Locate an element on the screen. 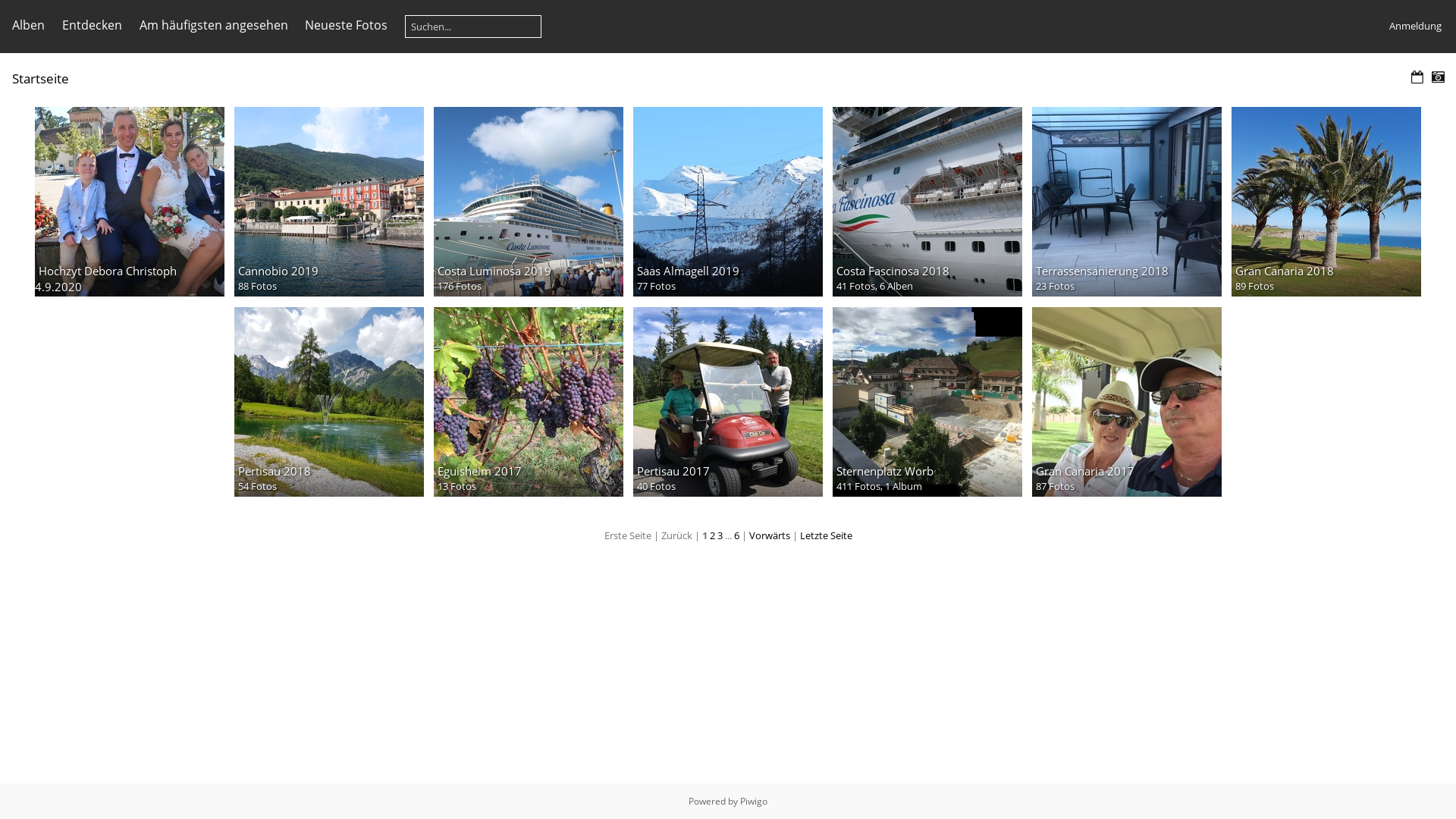 Image resolution: width=1456 pixels, height=819 pixels. 'Hochzyt Debora Christoph 4.9.2020 is located at coordinates (130, 201).